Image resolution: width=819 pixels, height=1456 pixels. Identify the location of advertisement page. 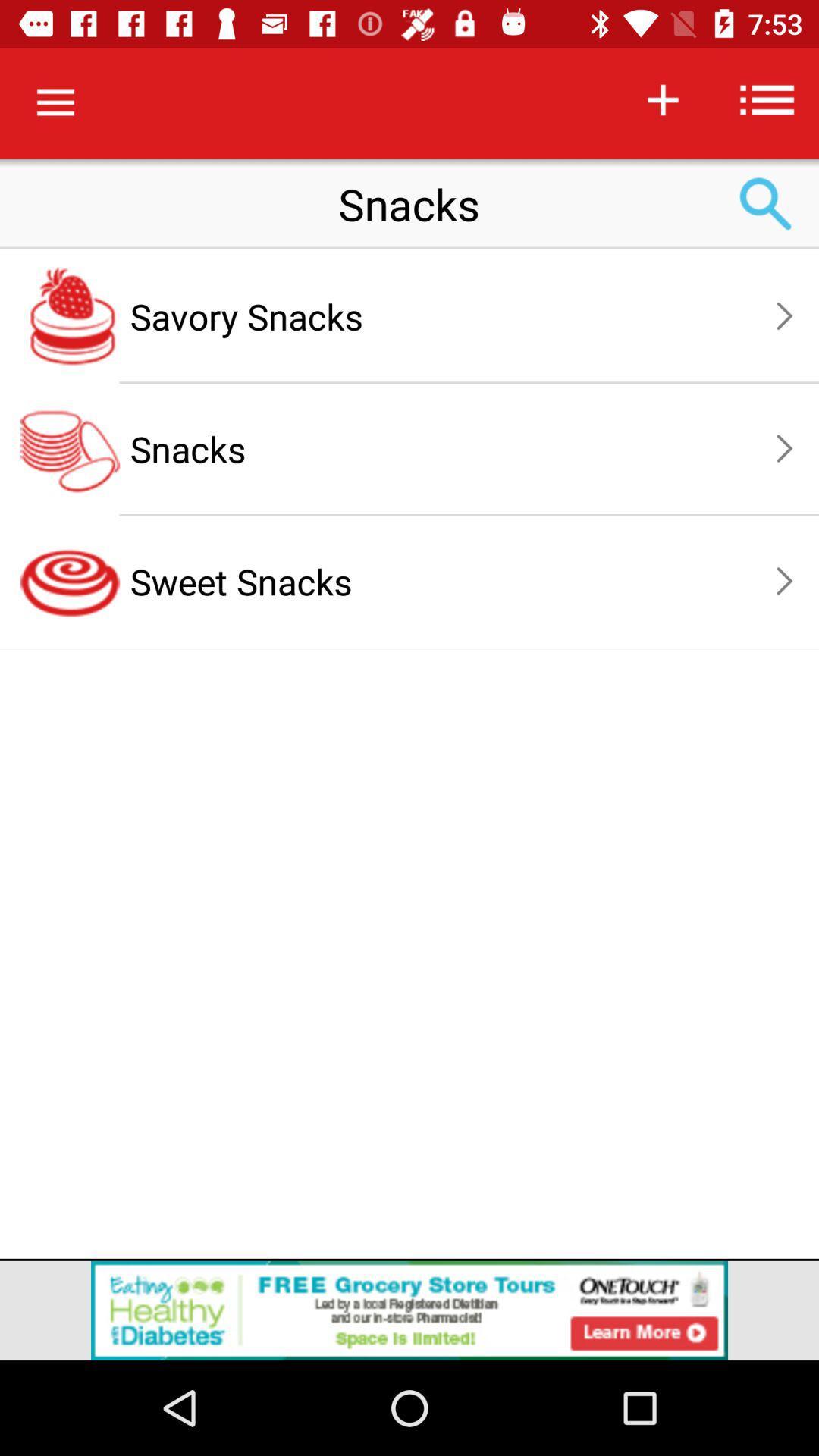
(409, 1310).